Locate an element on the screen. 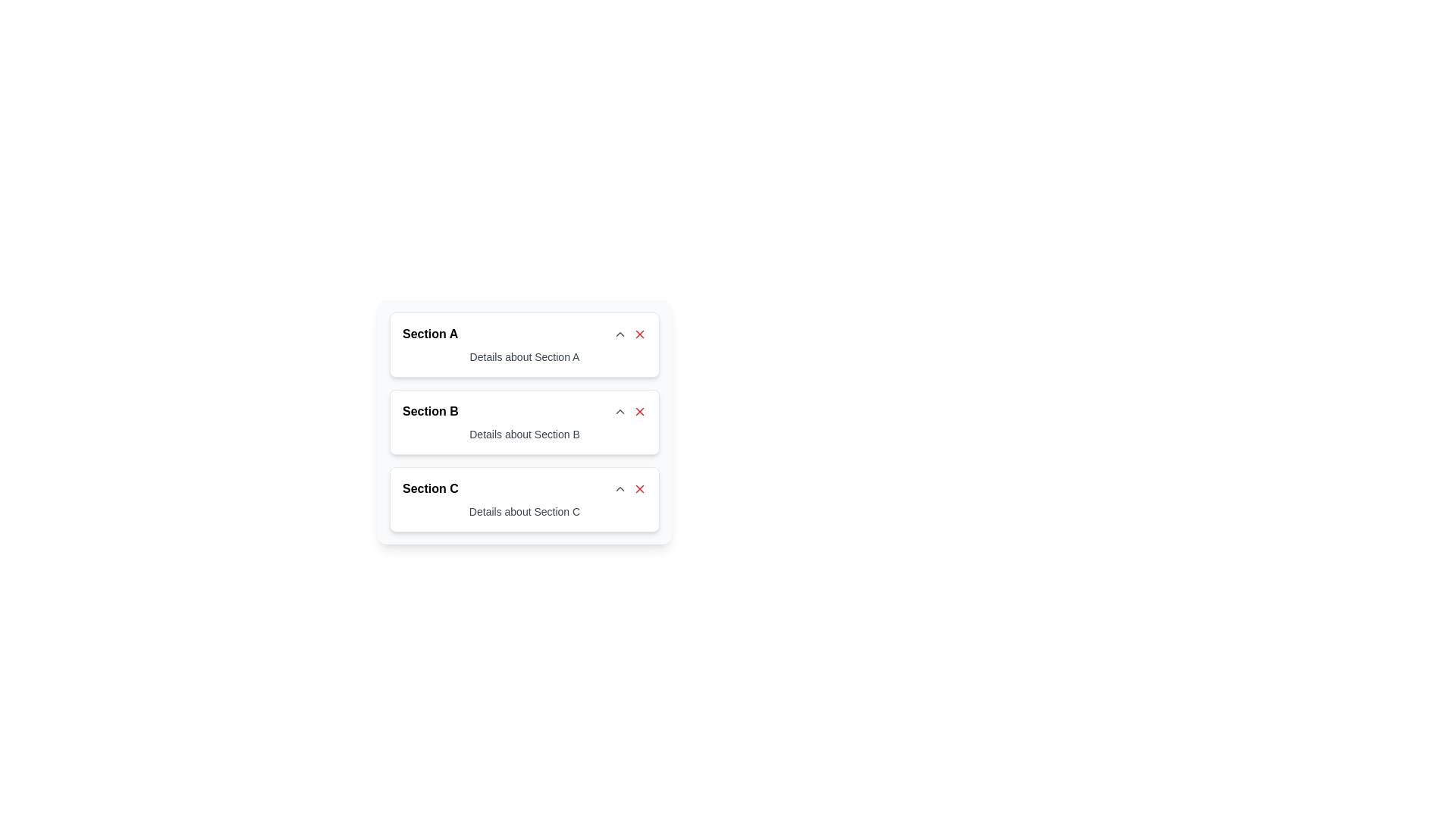 The width and height of the screenshot is (1456, 819). the close icon button located in the top-right corner of 'Section C' to receive a tooltip or visual effect is located at coordinates (640, 488).